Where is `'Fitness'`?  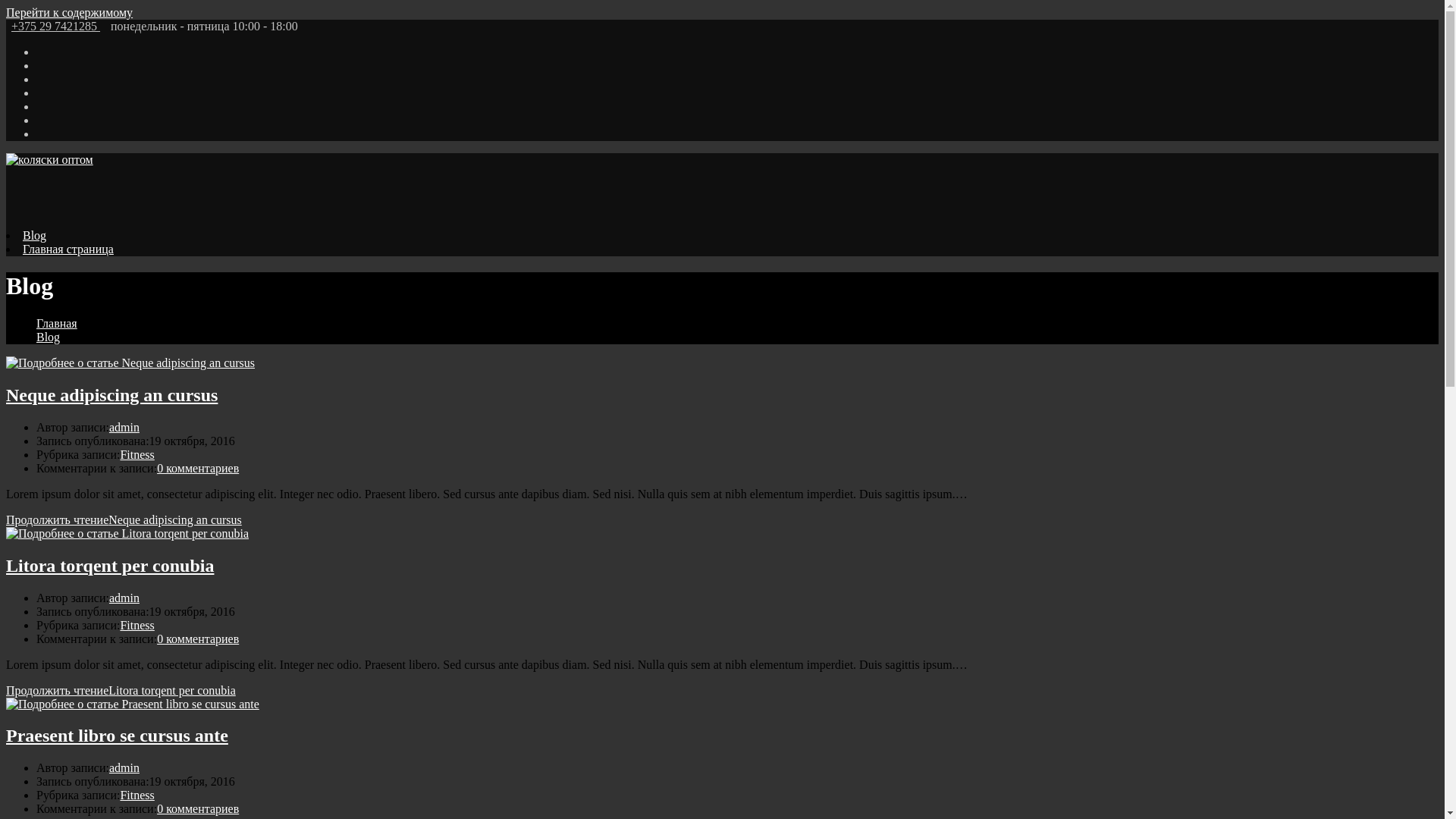
'Fitness' is located at coordinates (119, 453).